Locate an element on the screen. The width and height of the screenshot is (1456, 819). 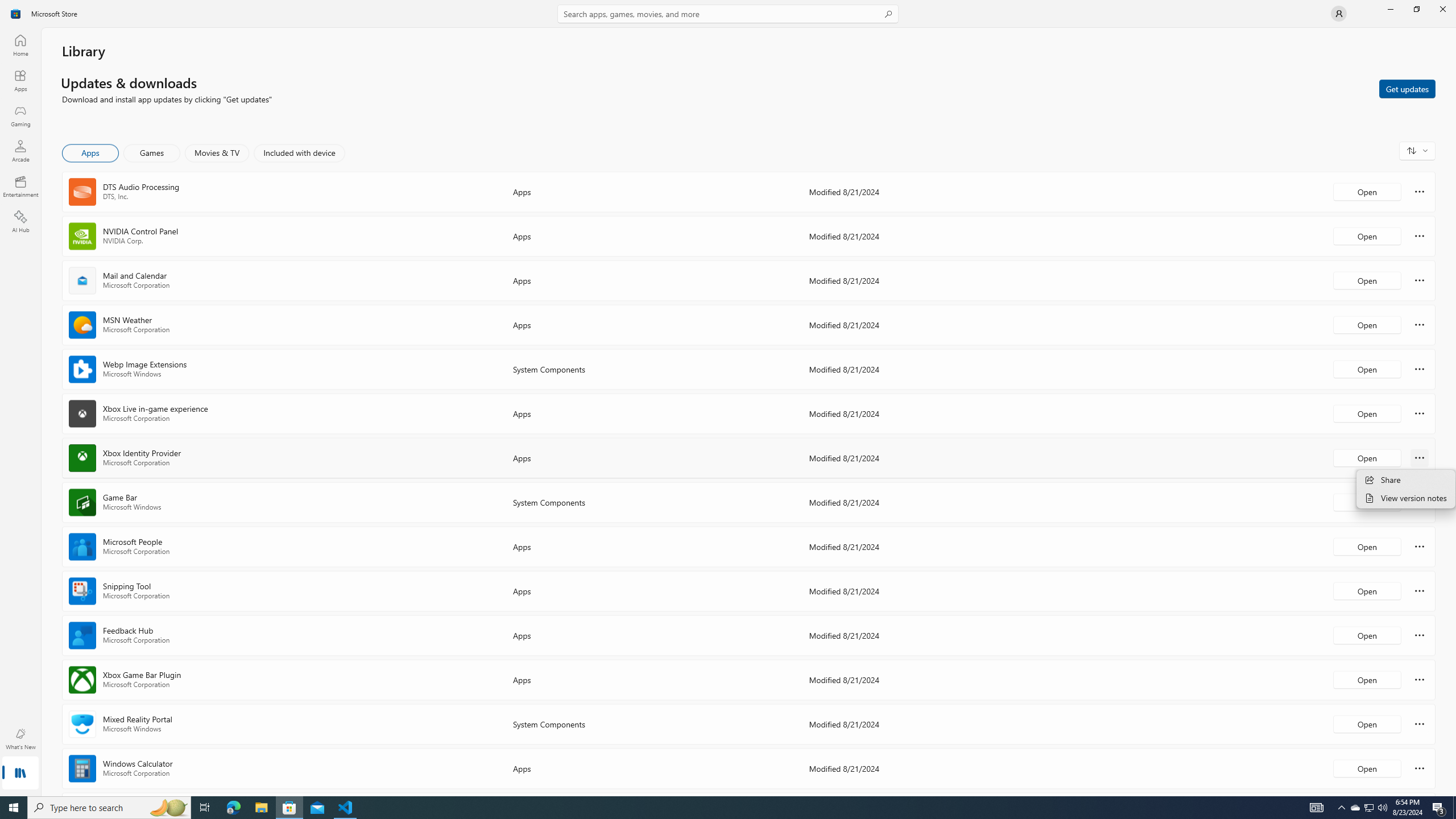
'Included with device' is located at coordinates (299, 152).